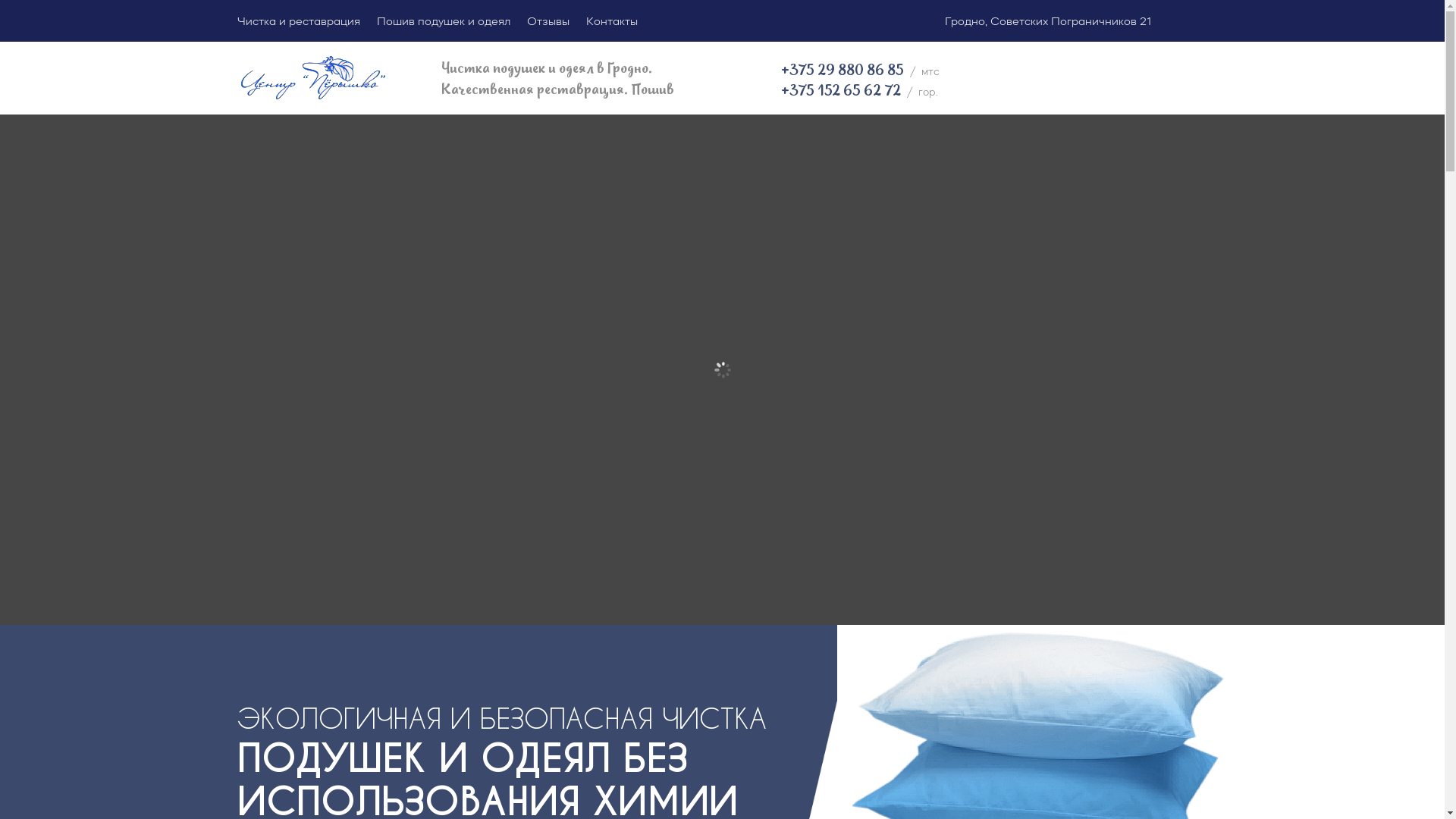 The image size is (1456, 819). I want to click on 'peryshko_logo (2)', so click(312, 79).